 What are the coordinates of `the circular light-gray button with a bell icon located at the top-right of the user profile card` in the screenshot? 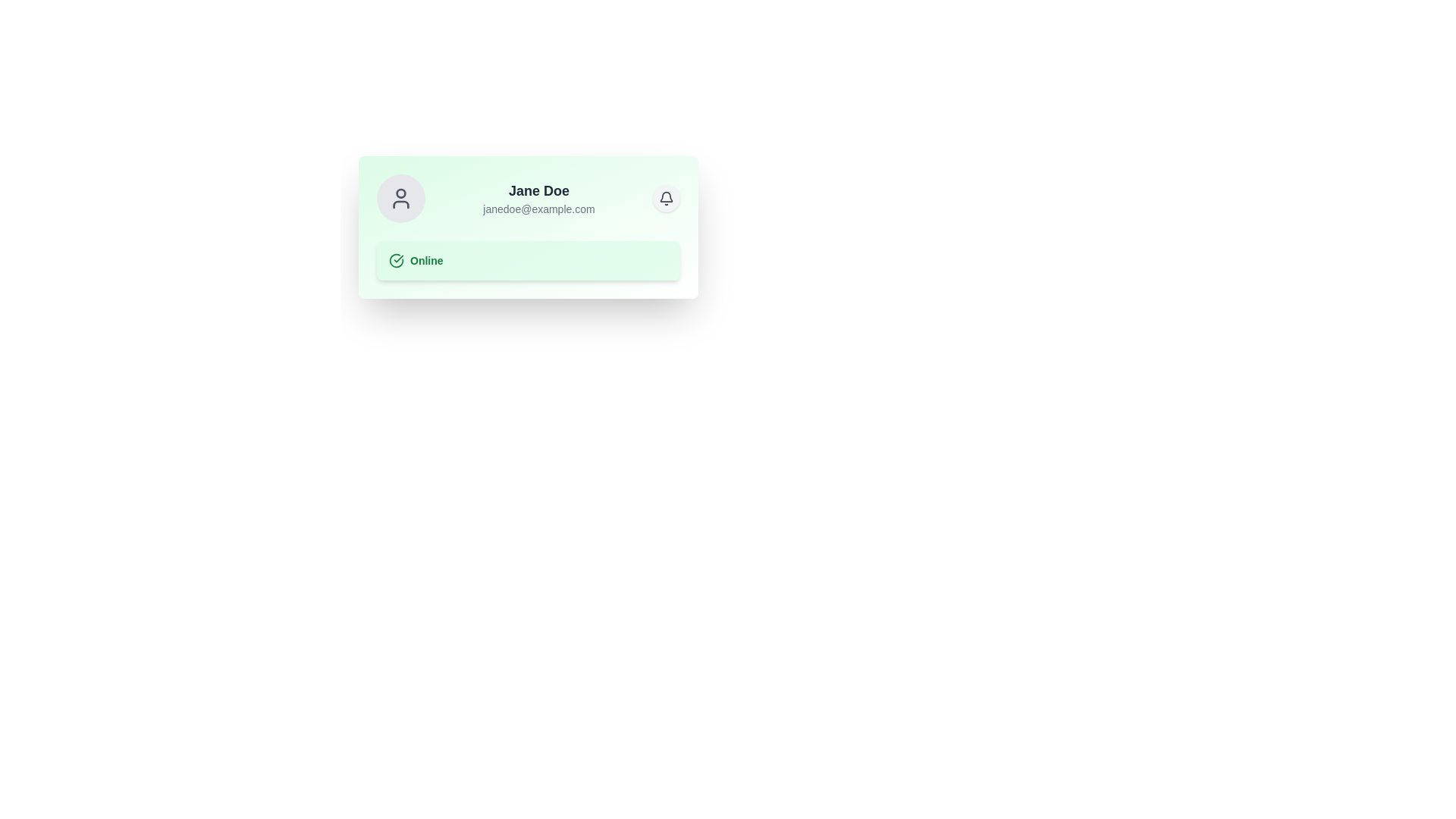 It's located at (666, 198).